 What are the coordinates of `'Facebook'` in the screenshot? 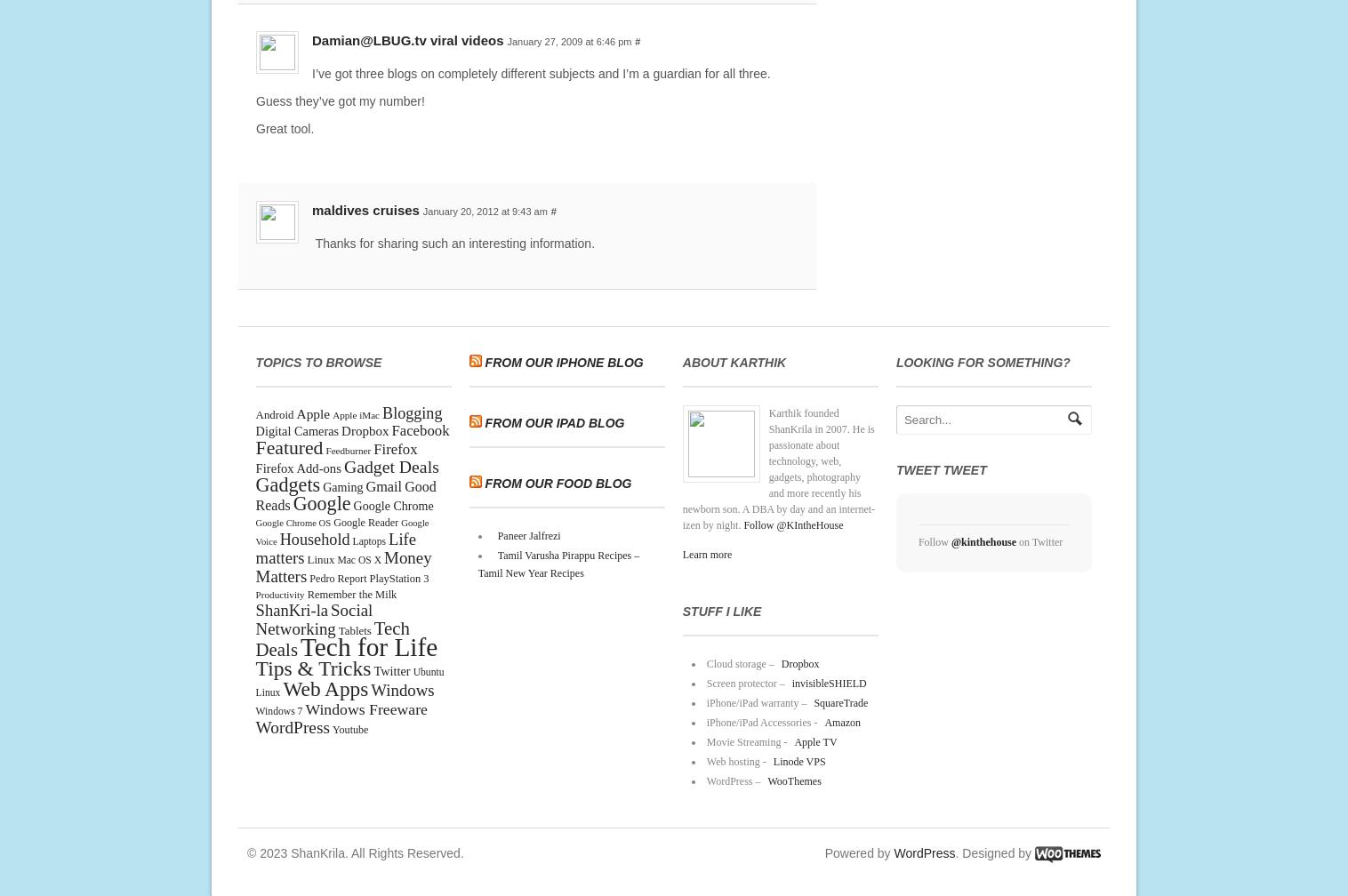 It's located at (419, 429).